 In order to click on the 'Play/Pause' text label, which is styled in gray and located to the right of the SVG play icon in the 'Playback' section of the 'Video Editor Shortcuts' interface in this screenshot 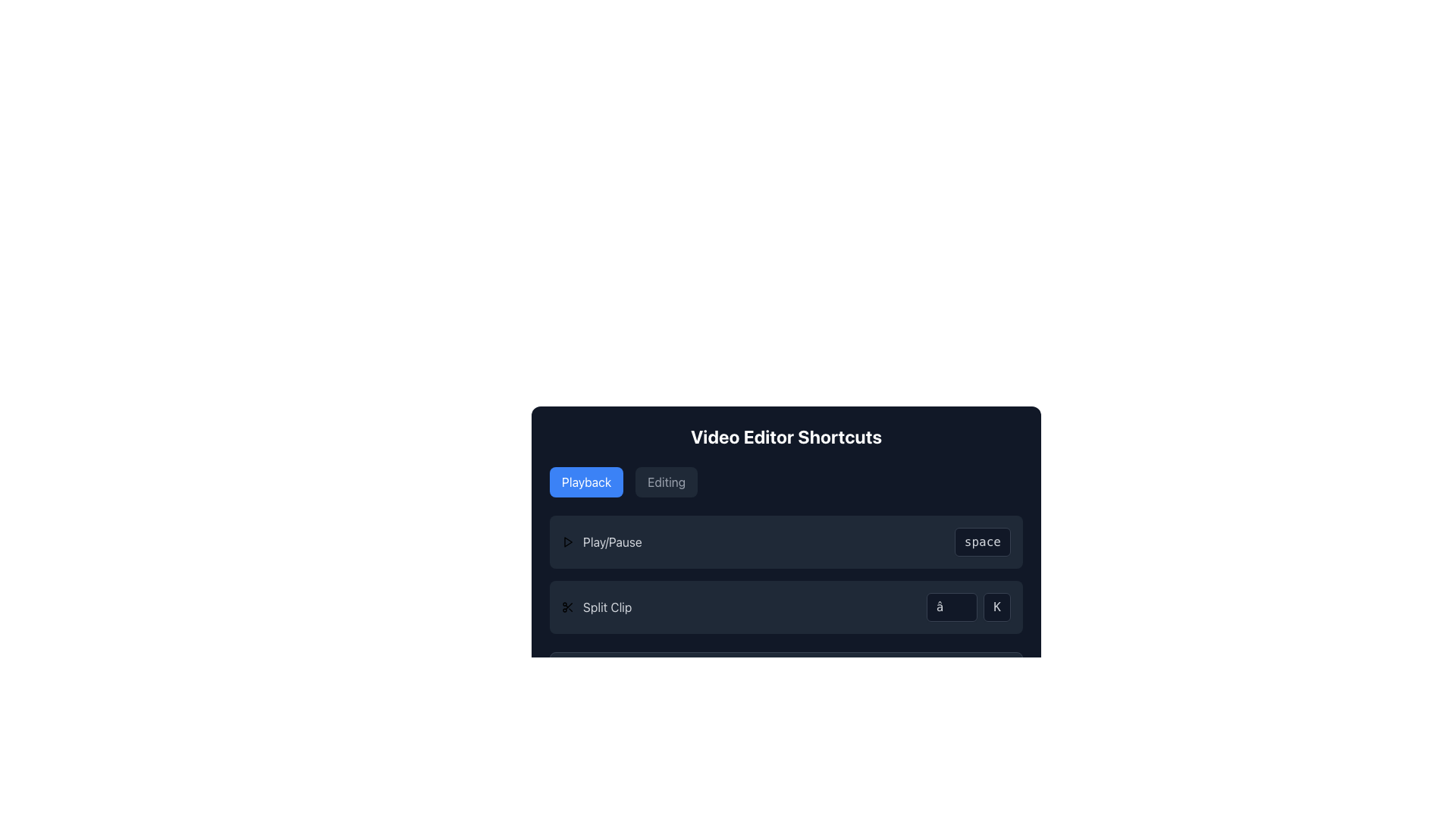, I will do `click(612, 541)`.